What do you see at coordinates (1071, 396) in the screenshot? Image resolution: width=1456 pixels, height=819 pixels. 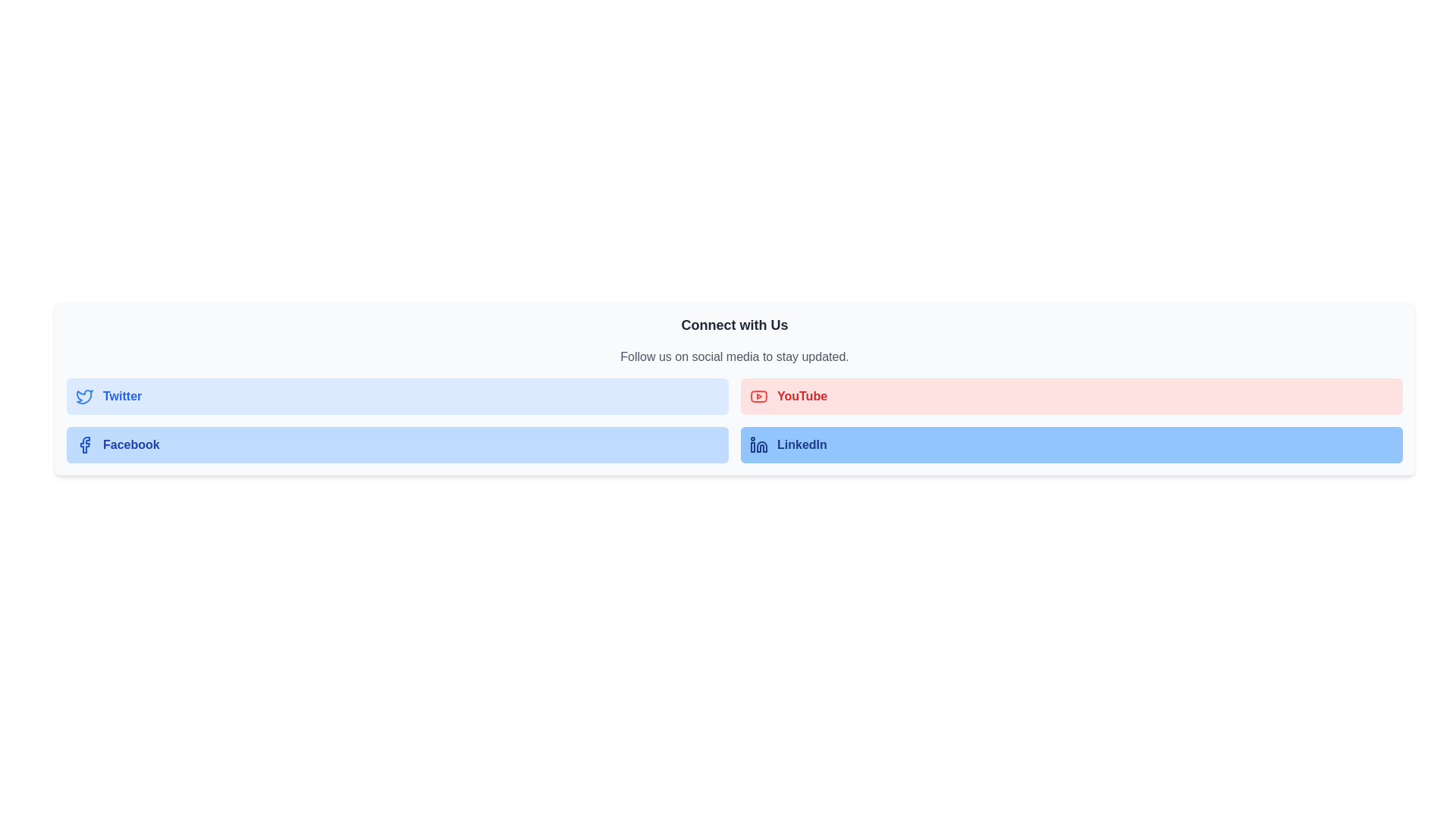 I see `the clickable button styled as a hyperlink` at bounding box center [1071, 396].